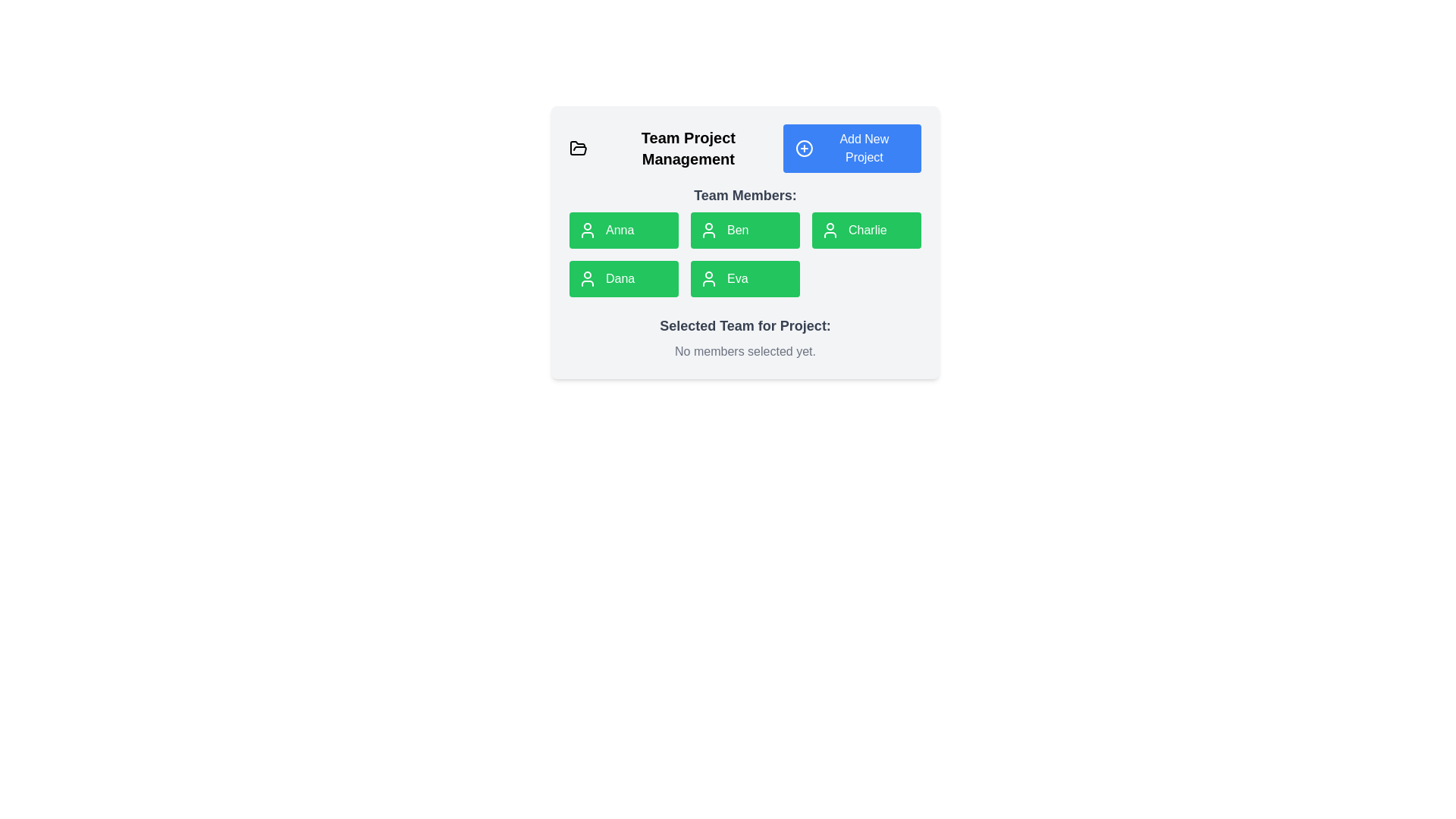 The height and width of the screenshot is (819, 1456). What do you see at coordinates (578, 148) in the screenshot?
I see `the folder SVG icon located in the upper-left corner of the 'Team Project Management' section` at bounding box center [578, 148].